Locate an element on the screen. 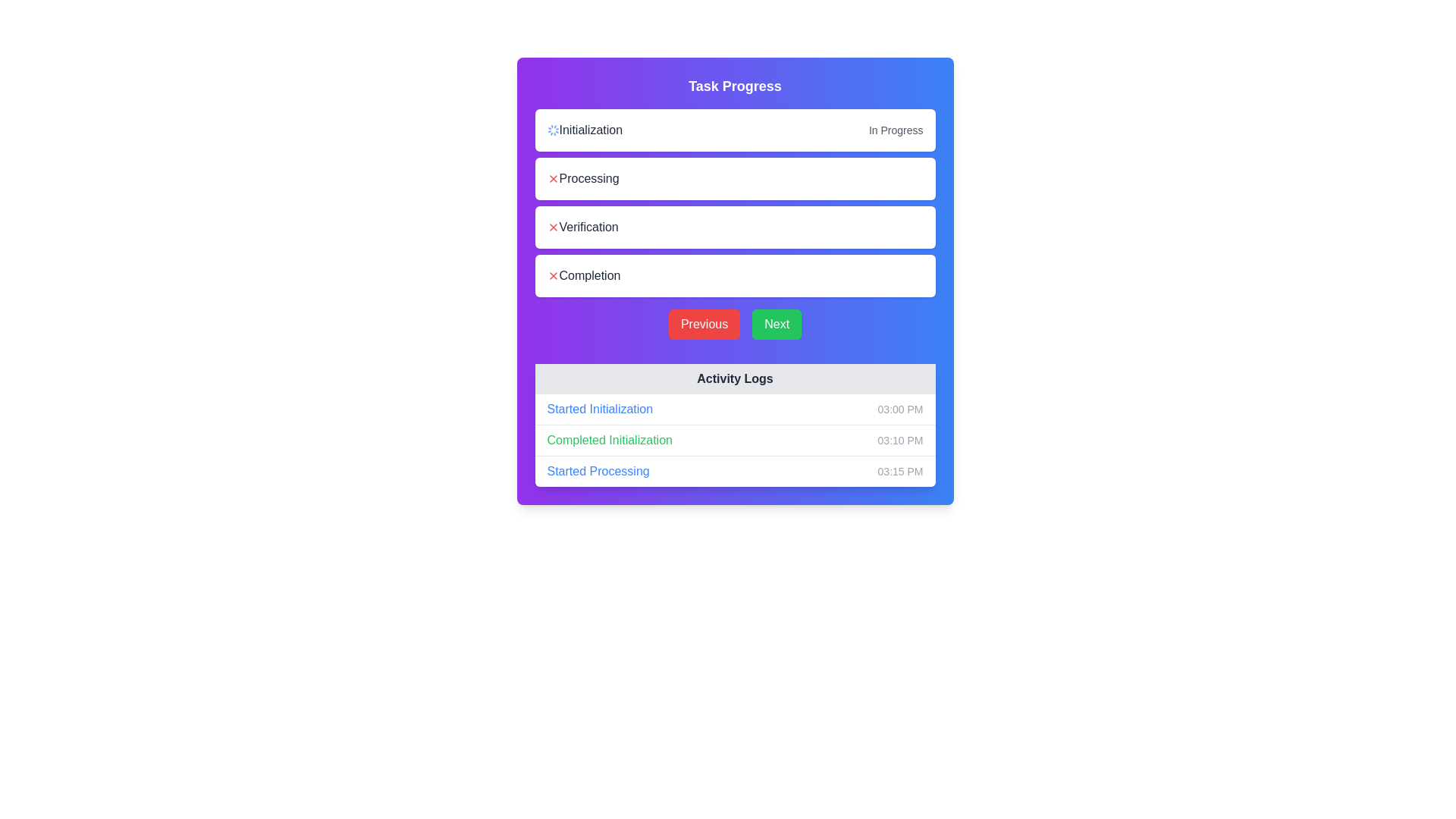 The width and height of the screenshot is (1456, 819). the Loading spinner icon, which is a small circular rotating icon styled with a blue stroke, located next to the 'Initialization' label in the 'Task Progress' section is located at coordinates (552, 130).